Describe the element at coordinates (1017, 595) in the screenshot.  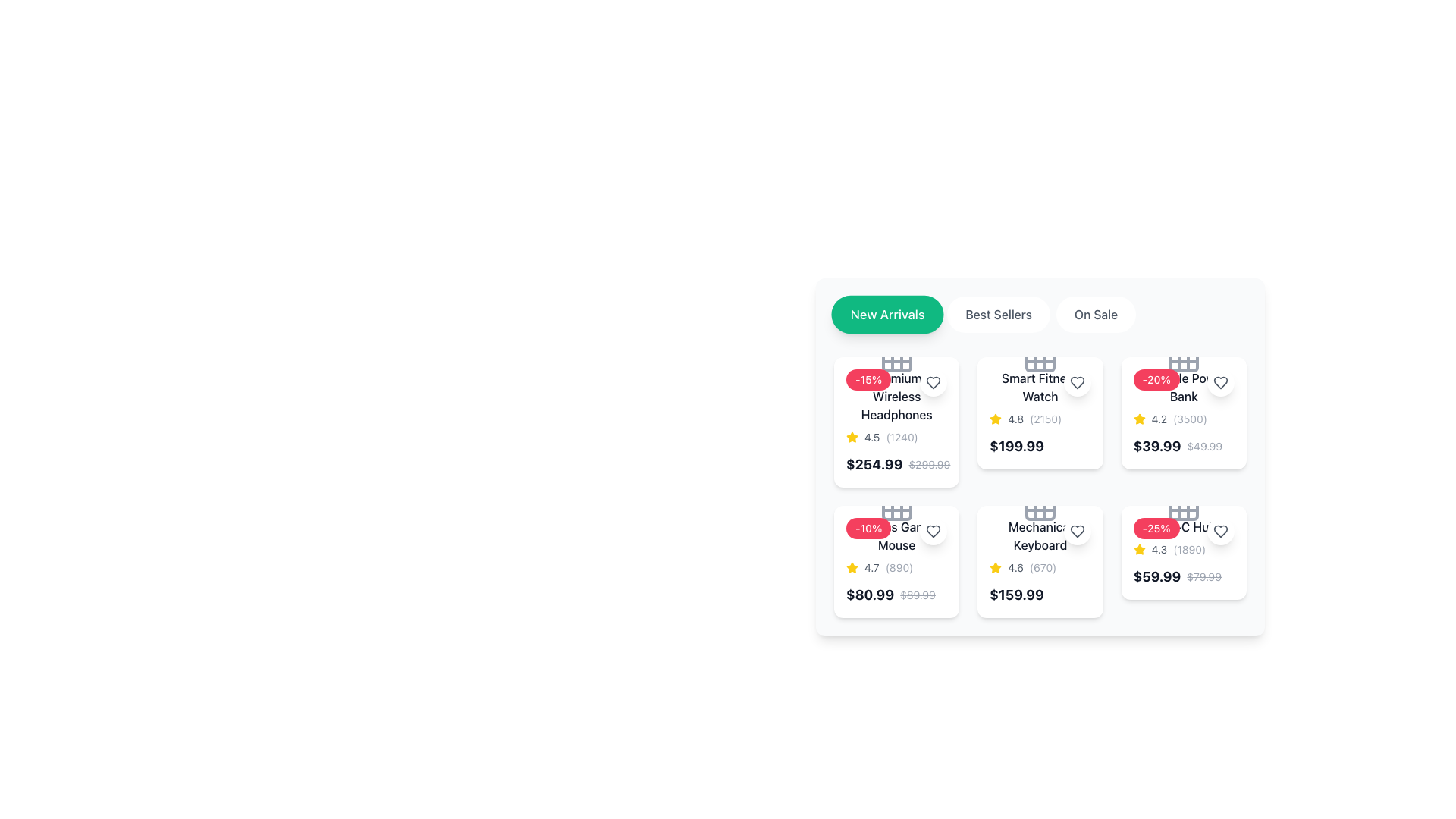
I see `price information displayed as '$159.99' in bold, black text located under the product titled 'Mechanical Keyboard' in the bottom-right card of the grid layout` at that location.